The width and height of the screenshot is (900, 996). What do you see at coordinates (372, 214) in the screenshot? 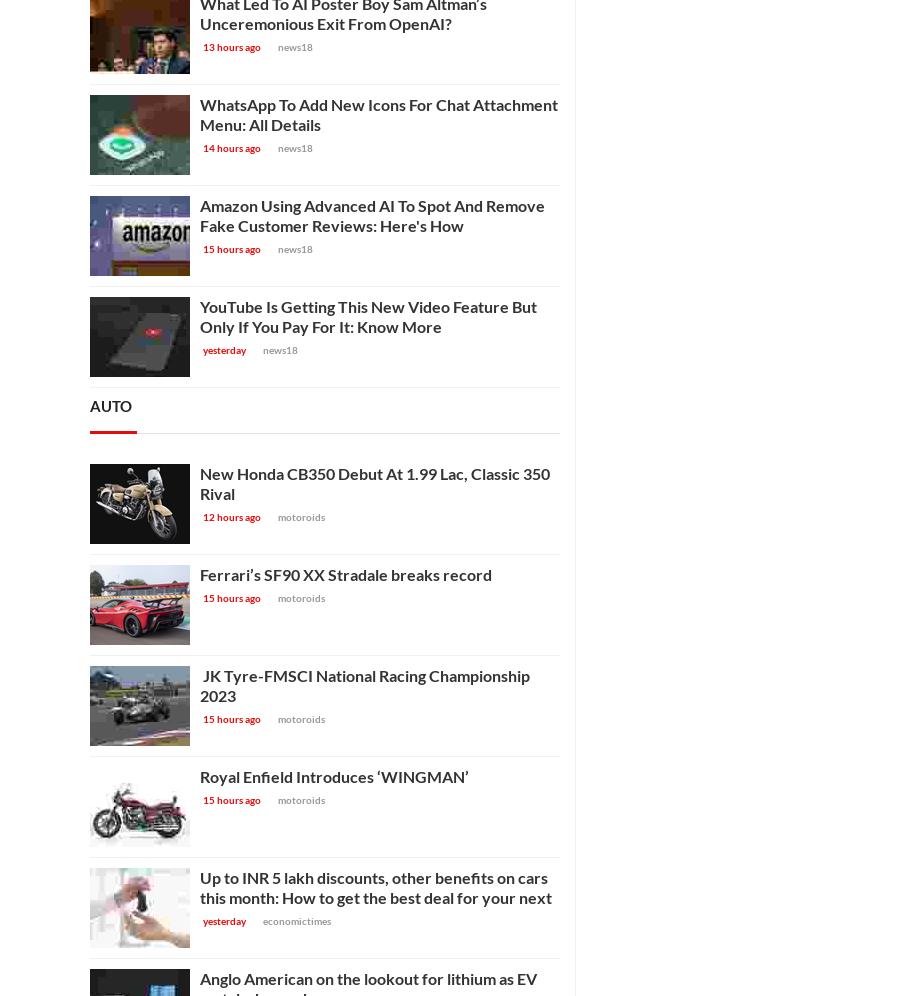
I see `'Amazon Using Advanced AI To Spot And Remove Fake Customer Reviews: Here's How'` at bounding box center [372, 214].